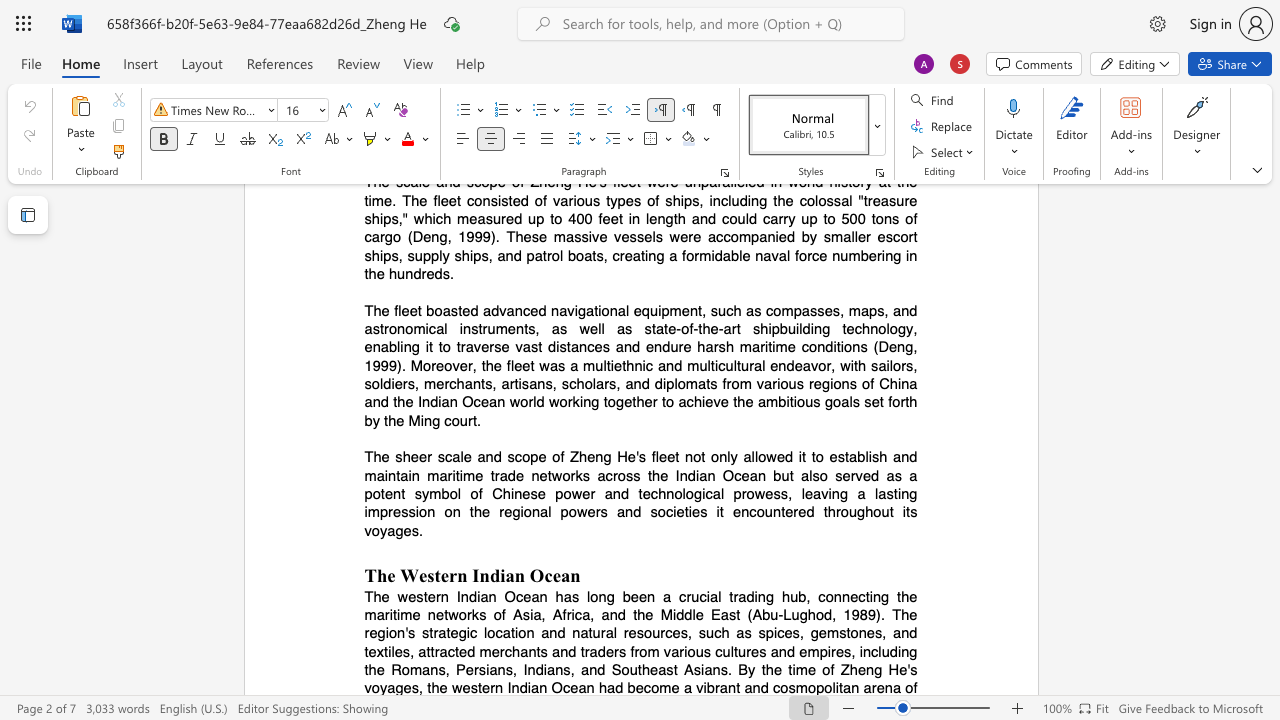 This screenshot has height=720, width=1280. I want to click on the subset text "ere" within the text "encountered", so click(784, 511).